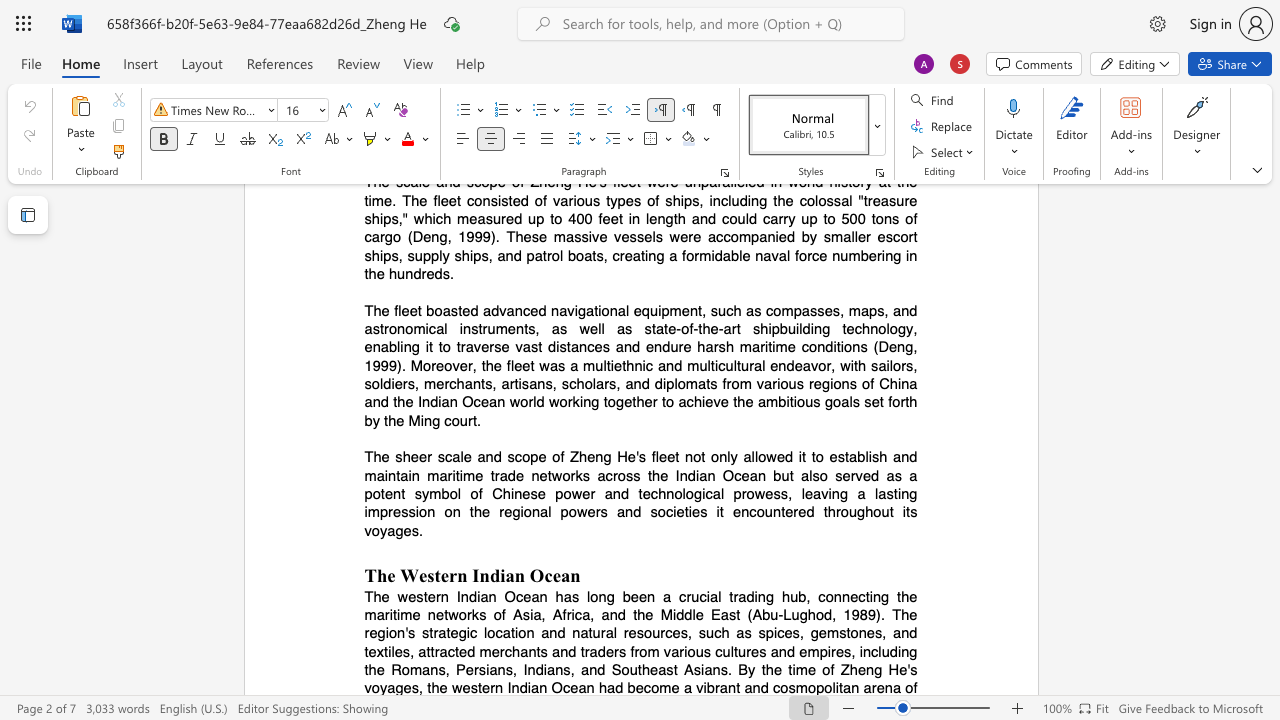 This screenshot has height=720, width=1280. I want to click on the subset text "ere" within the text "encountered", so click(784, 511).